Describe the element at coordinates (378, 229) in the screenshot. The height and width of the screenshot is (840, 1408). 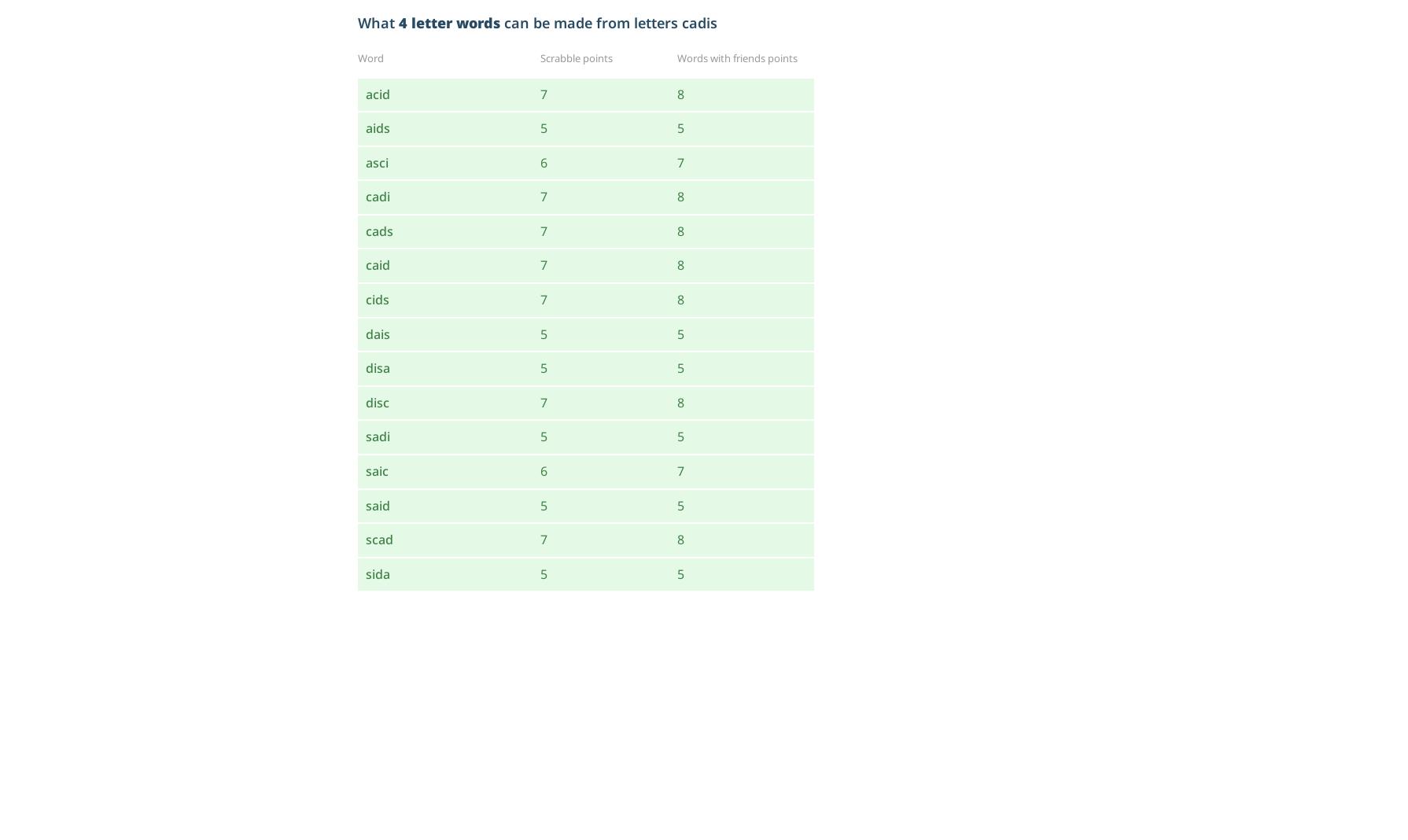
I see `'cads'` at that location.